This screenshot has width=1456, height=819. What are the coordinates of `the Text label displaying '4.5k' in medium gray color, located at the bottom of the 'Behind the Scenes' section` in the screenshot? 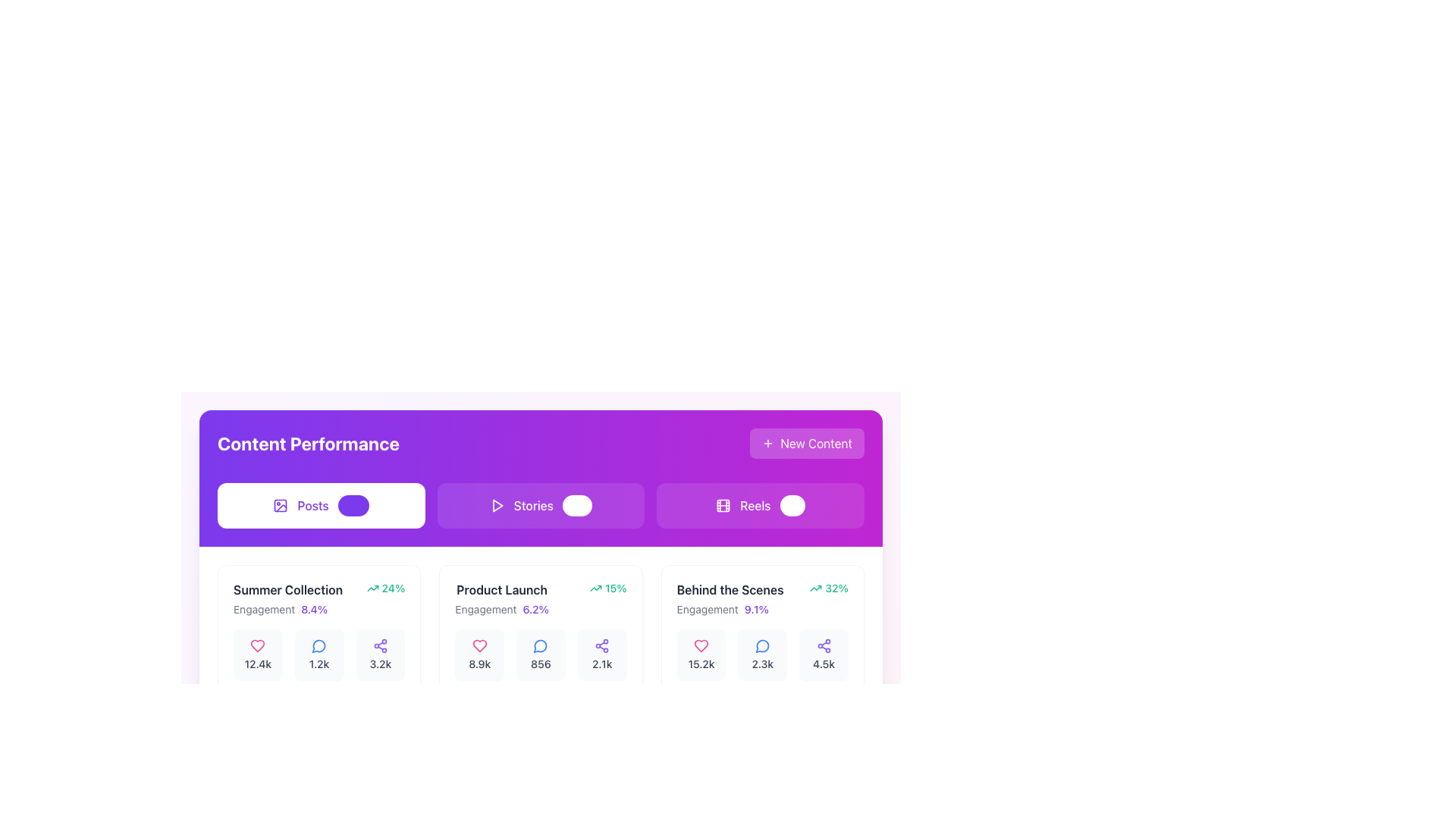 It's located at (823, 663).